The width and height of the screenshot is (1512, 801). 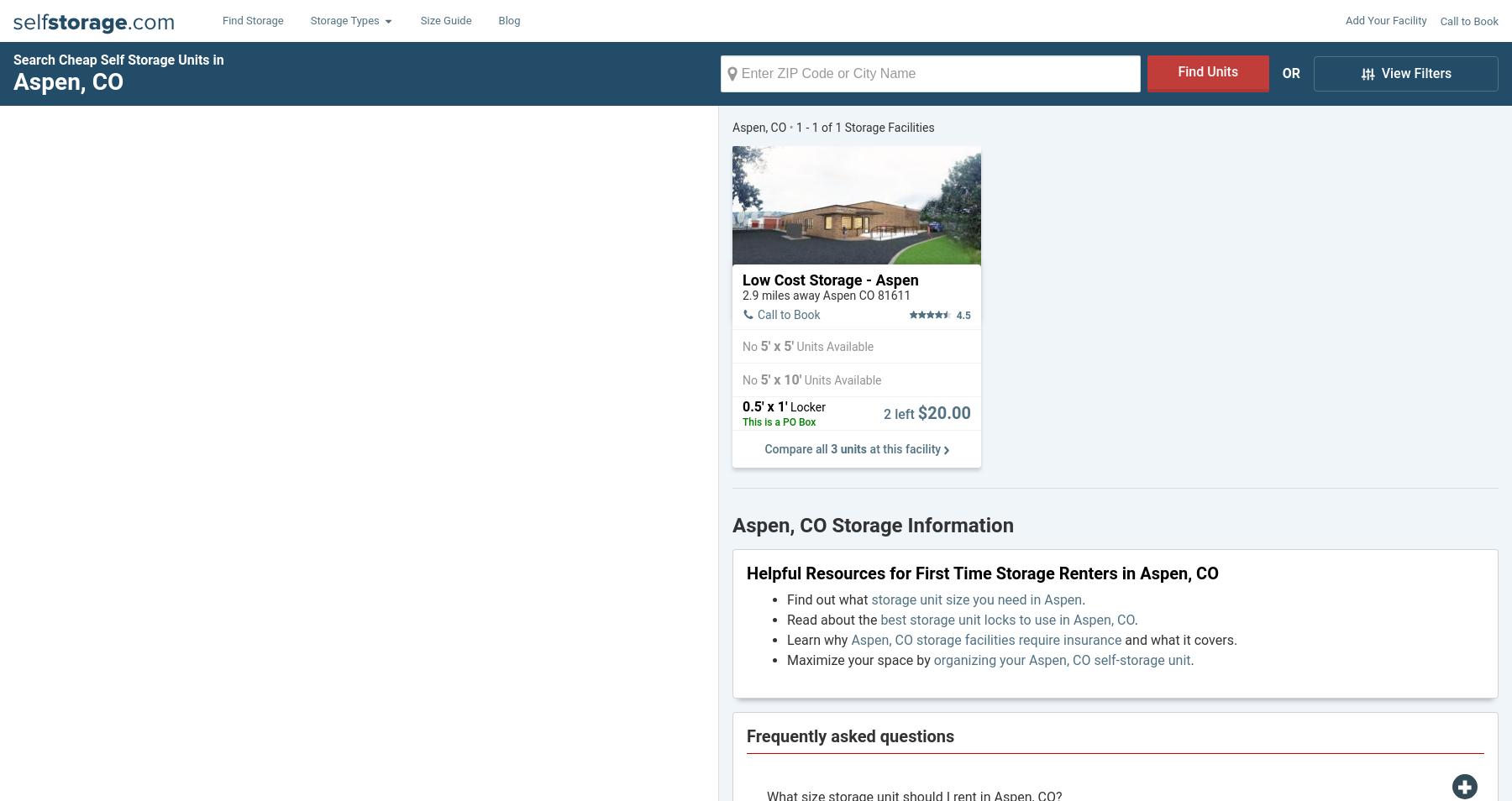 I want to click on 'Helpful Resources for First Time Storage Renters in Aspen, CO', so click(x=981, y=572).